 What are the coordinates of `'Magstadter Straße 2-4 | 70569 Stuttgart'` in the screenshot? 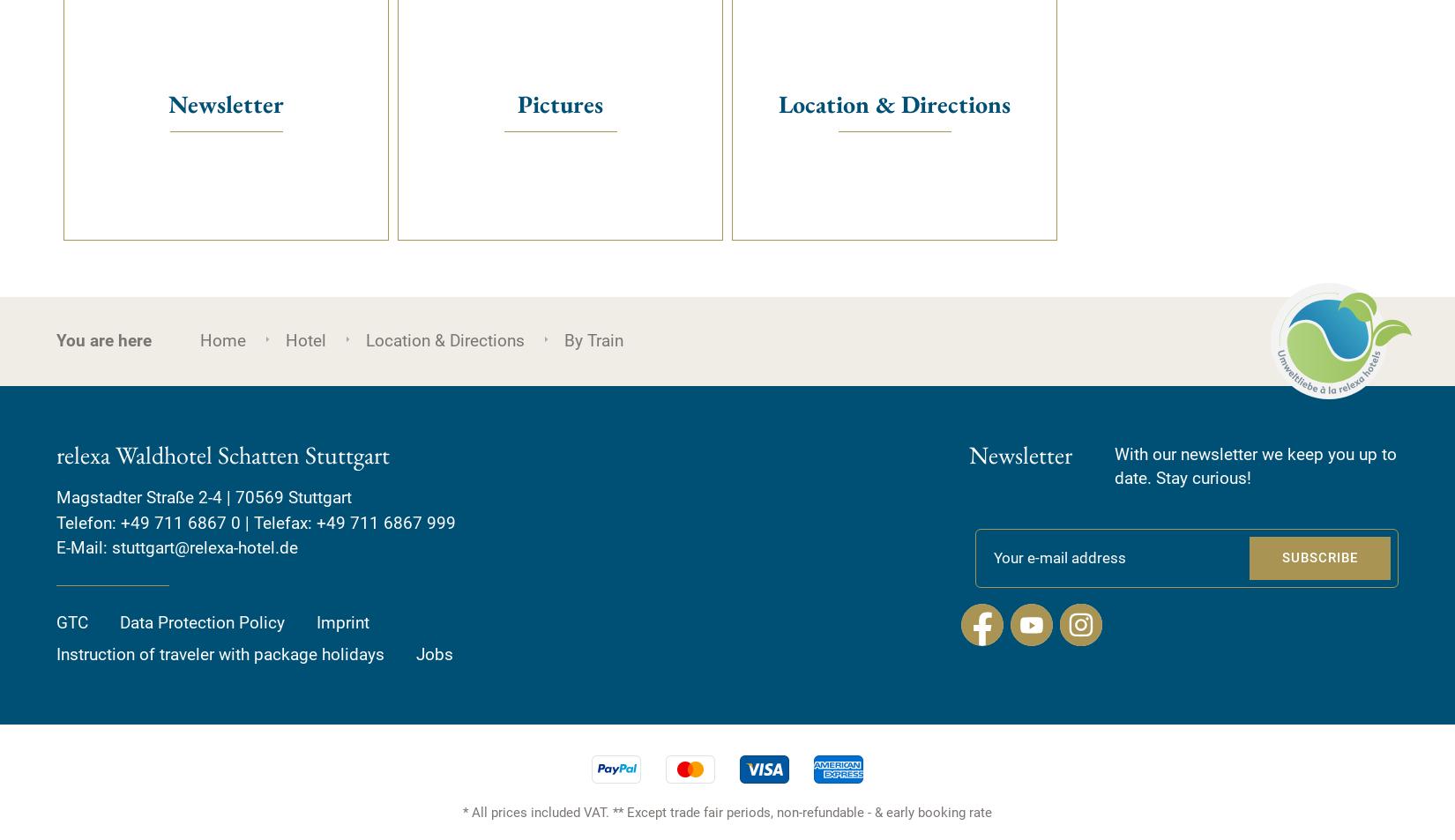 It's located at (204, 497).